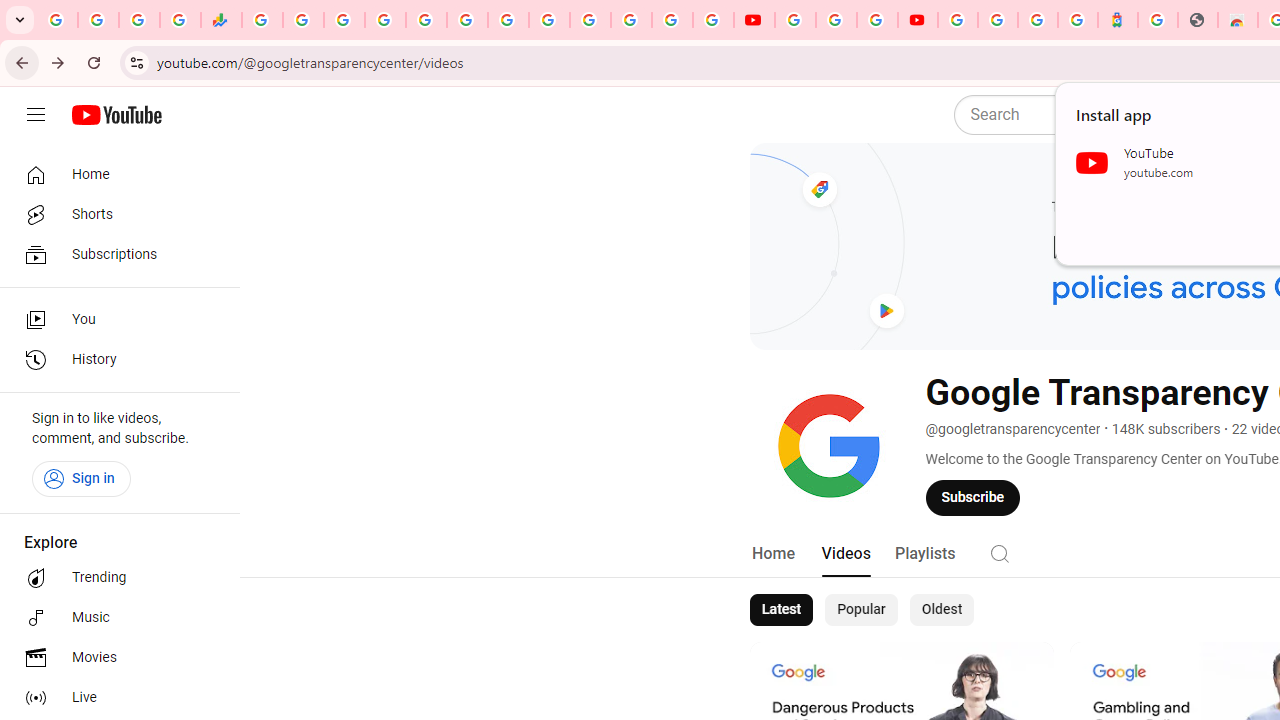 This screenshot has height=720, width=1280. I want to click on 'Videos', so click(845, 553).